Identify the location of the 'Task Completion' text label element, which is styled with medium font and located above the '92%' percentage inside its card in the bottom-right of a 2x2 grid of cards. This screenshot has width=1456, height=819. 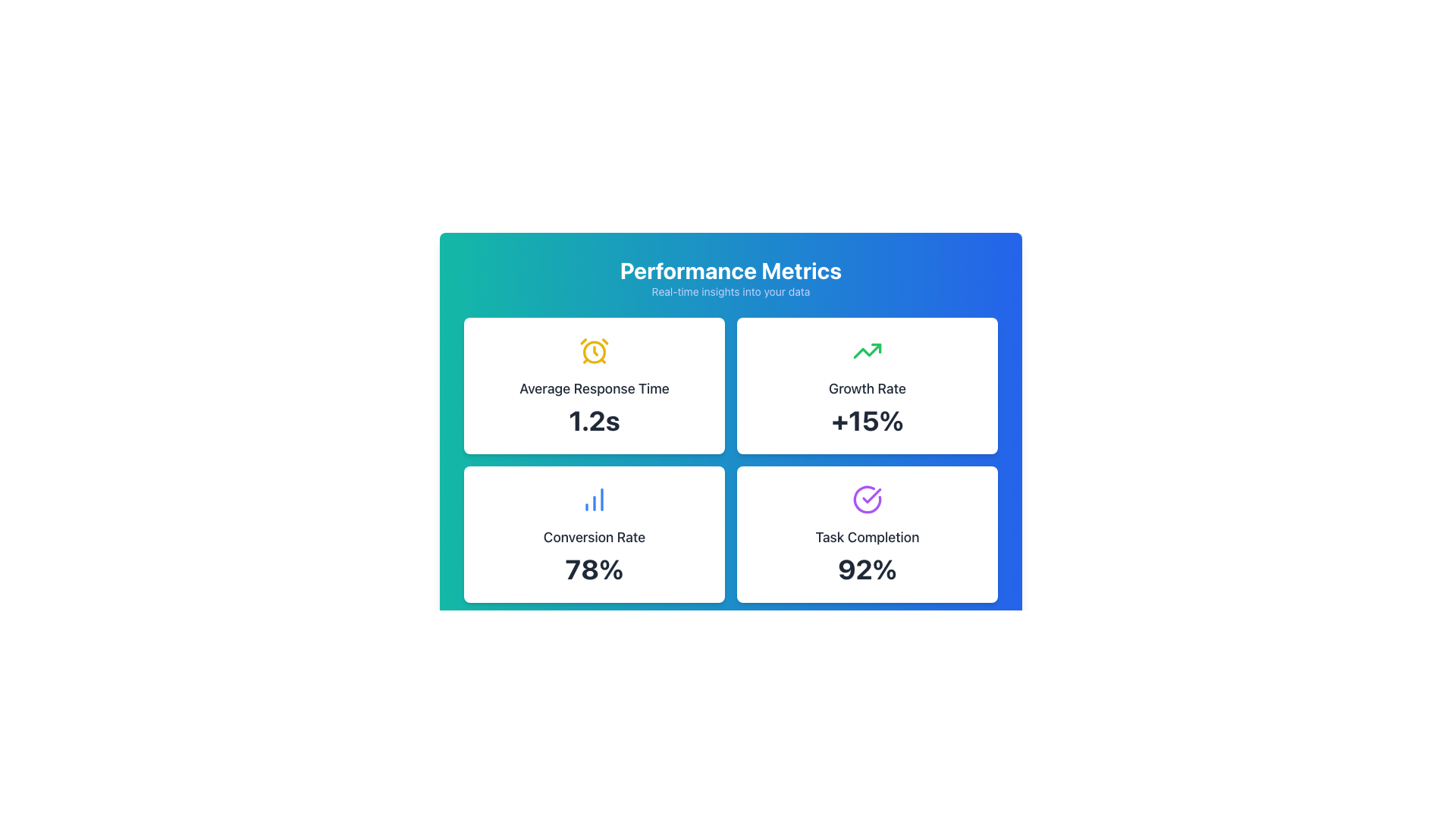
(867, 537).